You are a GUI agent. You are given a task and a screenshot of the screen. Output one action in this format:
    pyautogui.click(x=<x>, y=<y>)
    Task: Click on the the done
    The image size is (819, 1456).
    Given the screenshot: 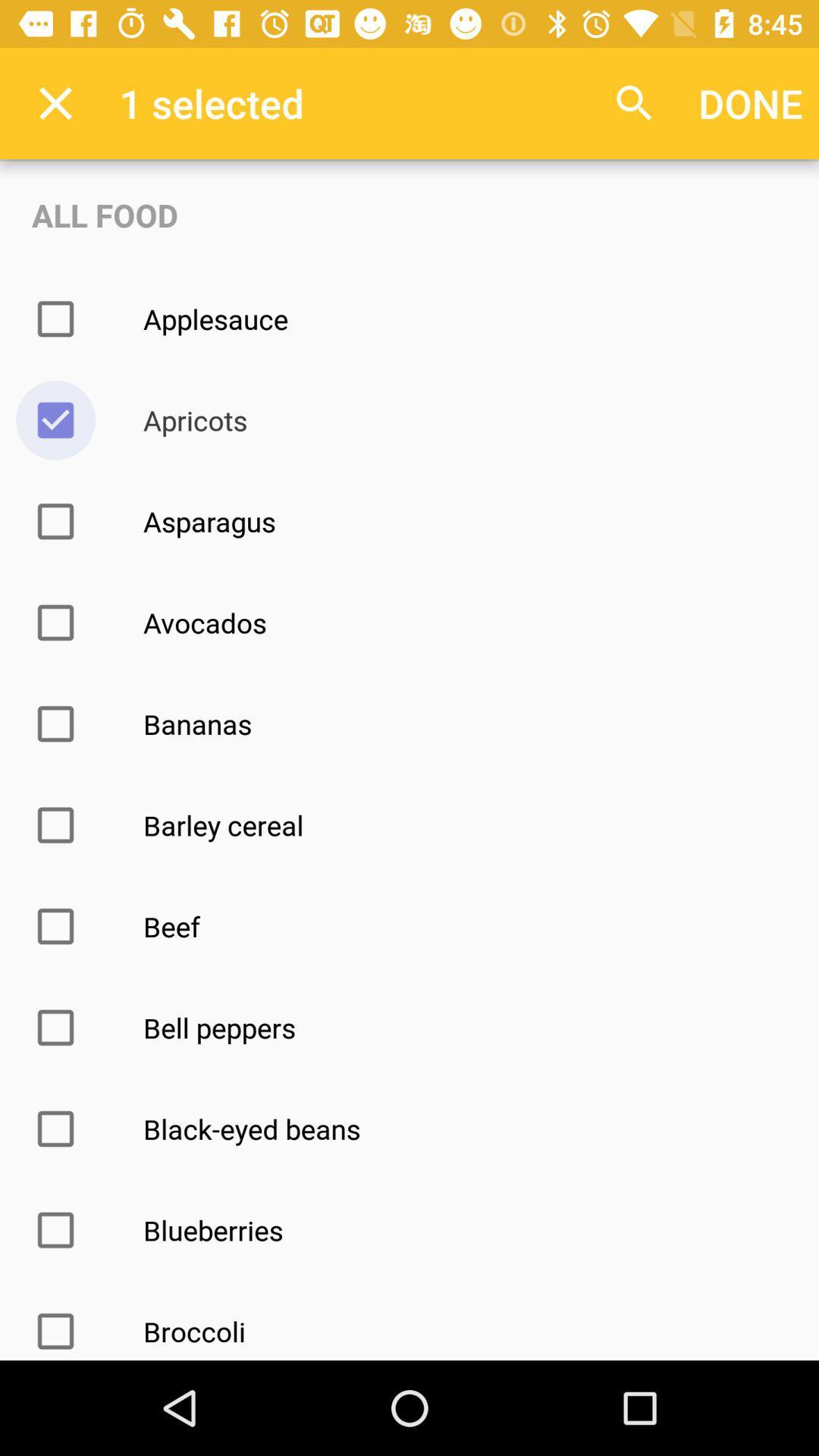 What is the action you would take?
    pyautogui.click(x=751, y=102)
    